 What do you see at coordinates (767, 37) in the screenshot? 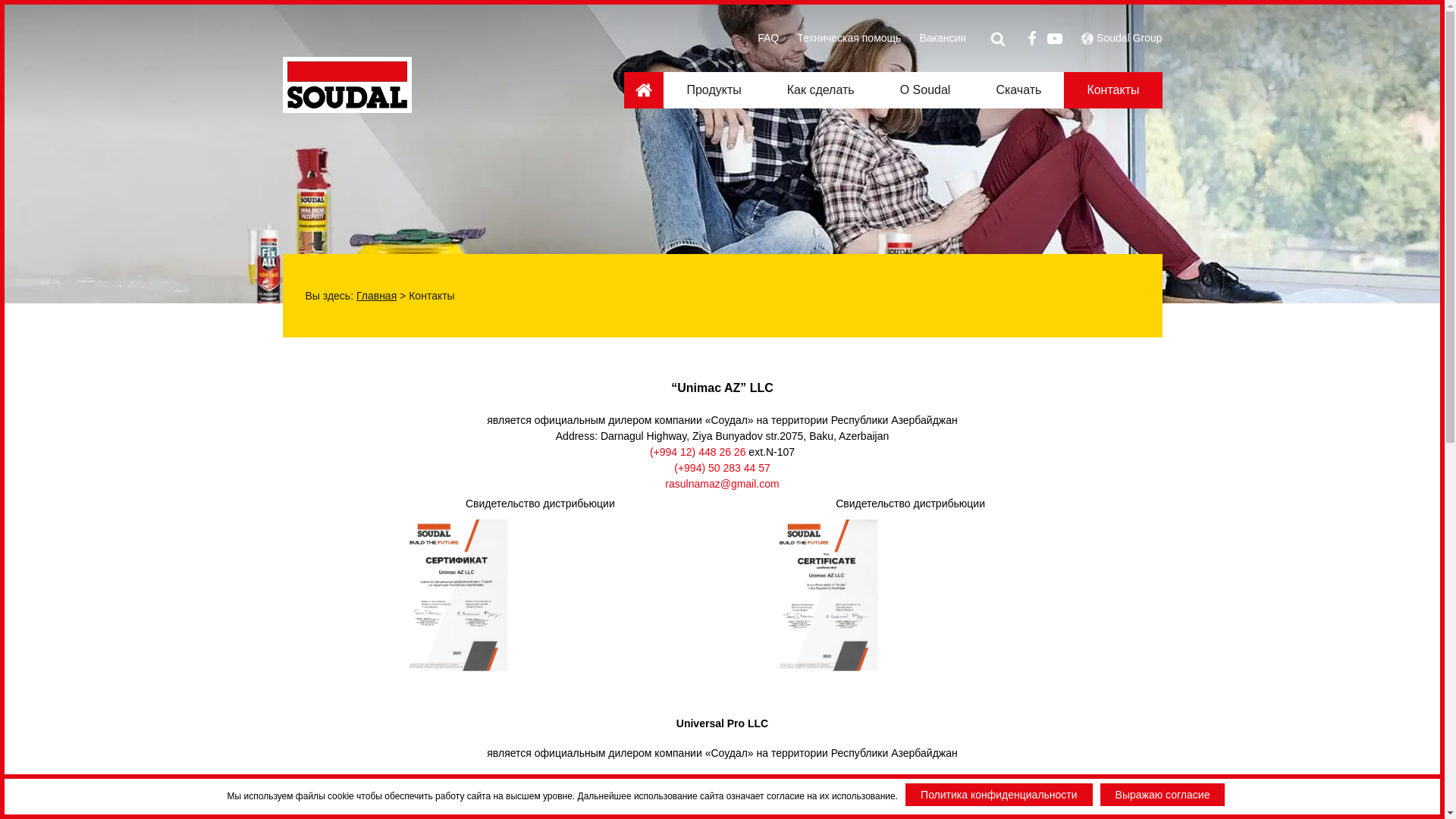
I see `'FAQ'` at bounding box center [767, 37].